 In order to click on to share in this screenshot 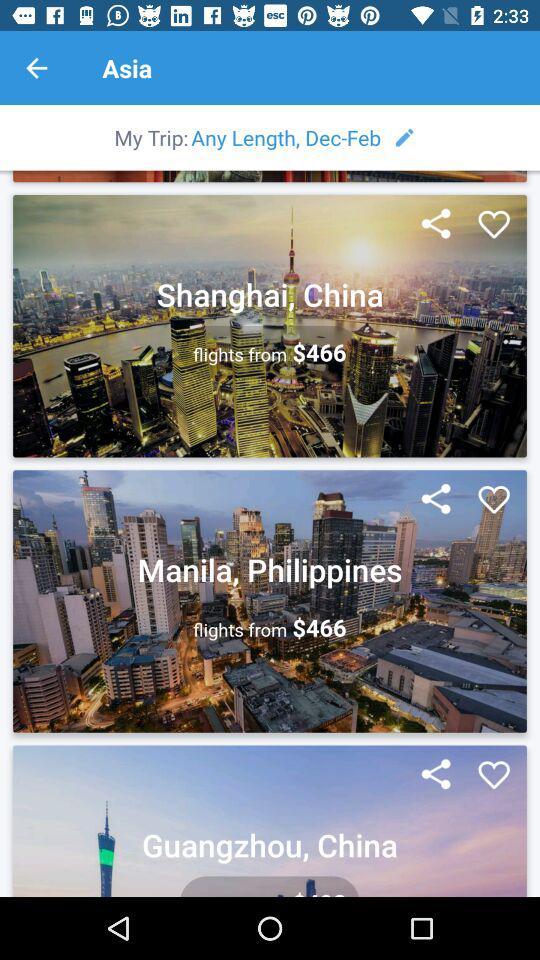, I will do `click(435, 499)`.